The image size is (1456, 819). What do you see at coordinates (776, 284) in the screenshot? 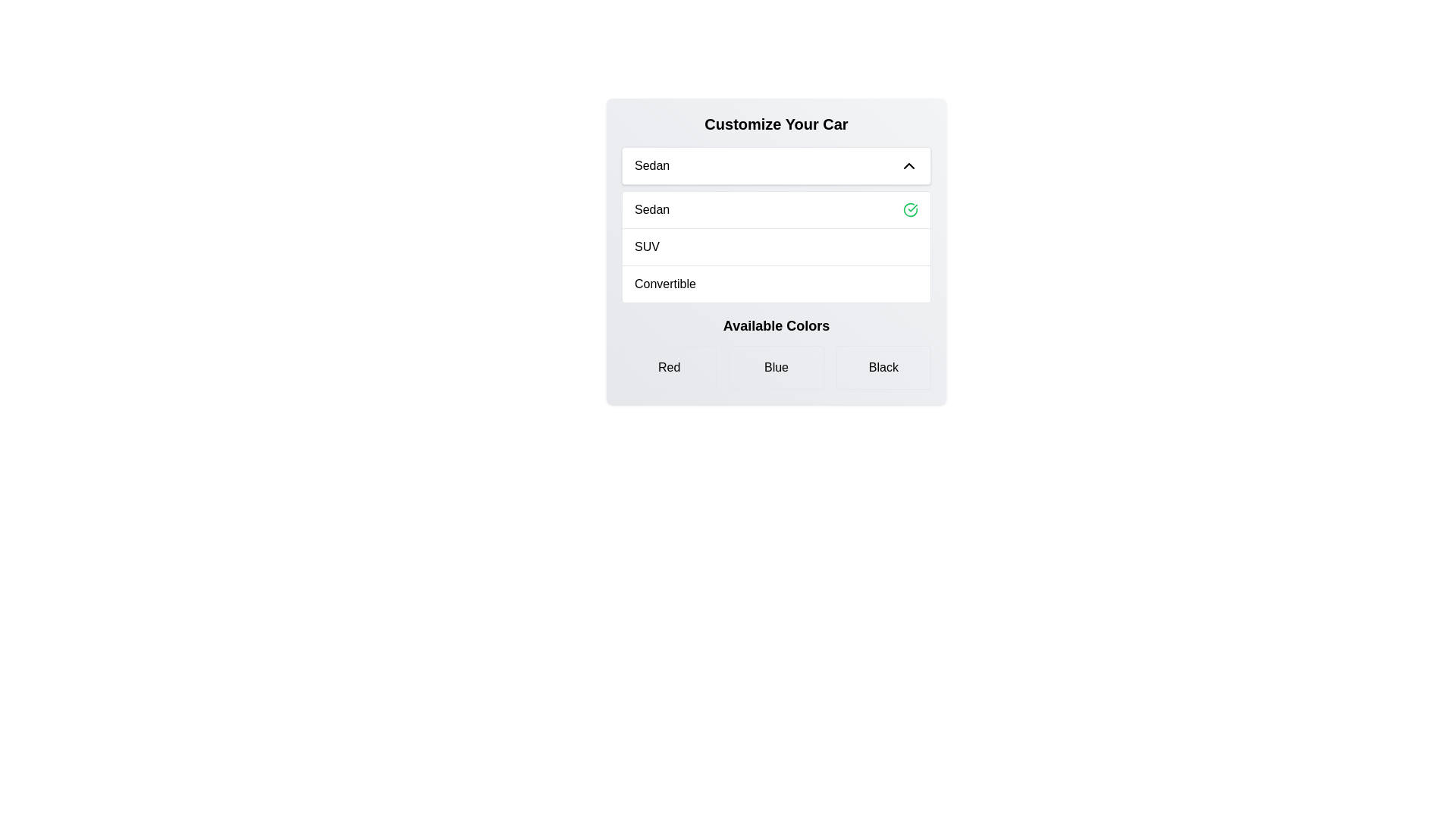
I see `the 'Convertible' dropdown option, which is the third choice in the 'Customize Your Car' menu, located below 'Sedan' and 'SUV'` at bounding box center [776, 284].